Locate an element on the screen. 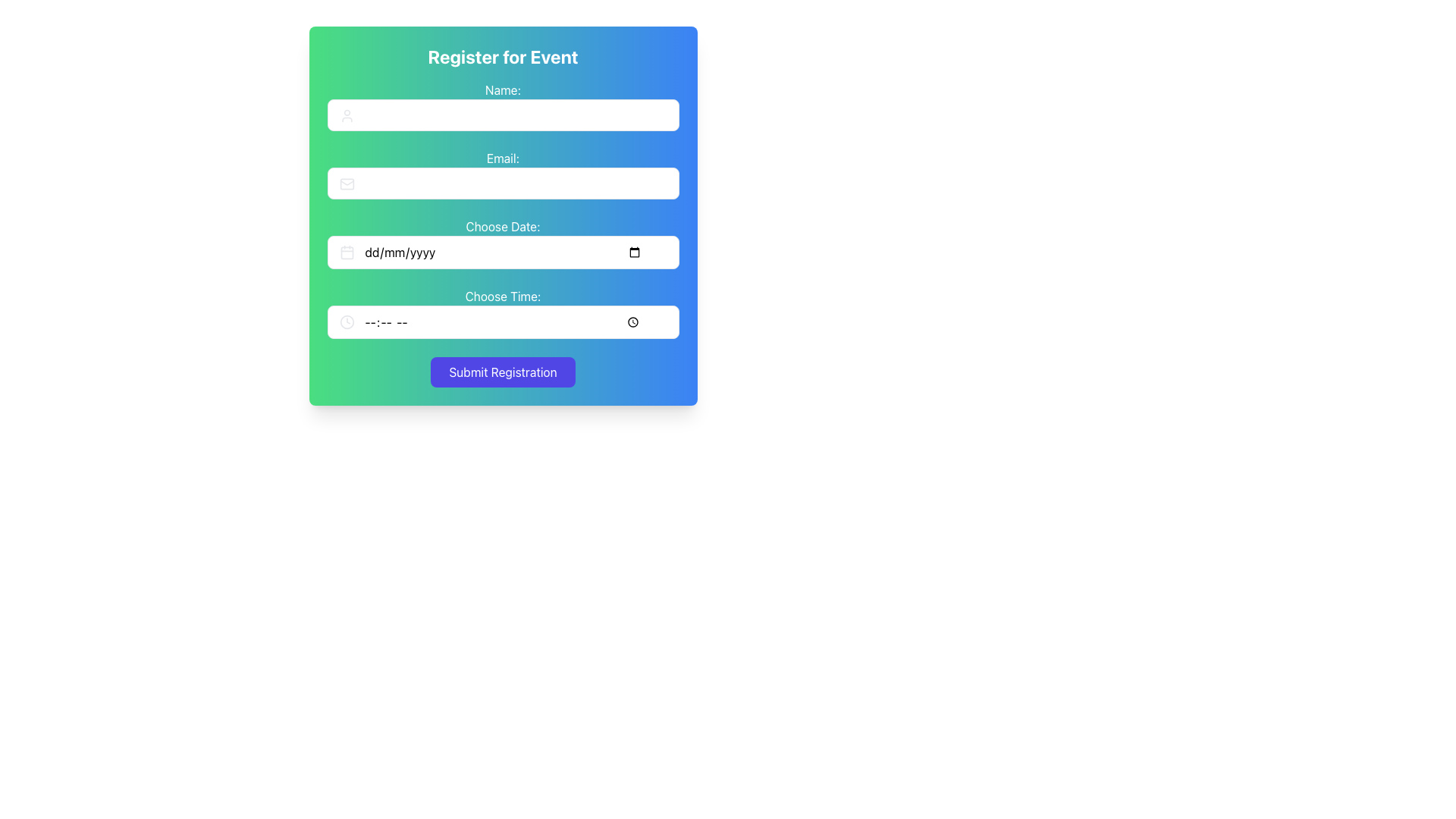 This screenshot has height=819, width=1456. text label displaying 'Email:' which is located in the email input field below 'Register for Event' is located at coordinates (503, 158).